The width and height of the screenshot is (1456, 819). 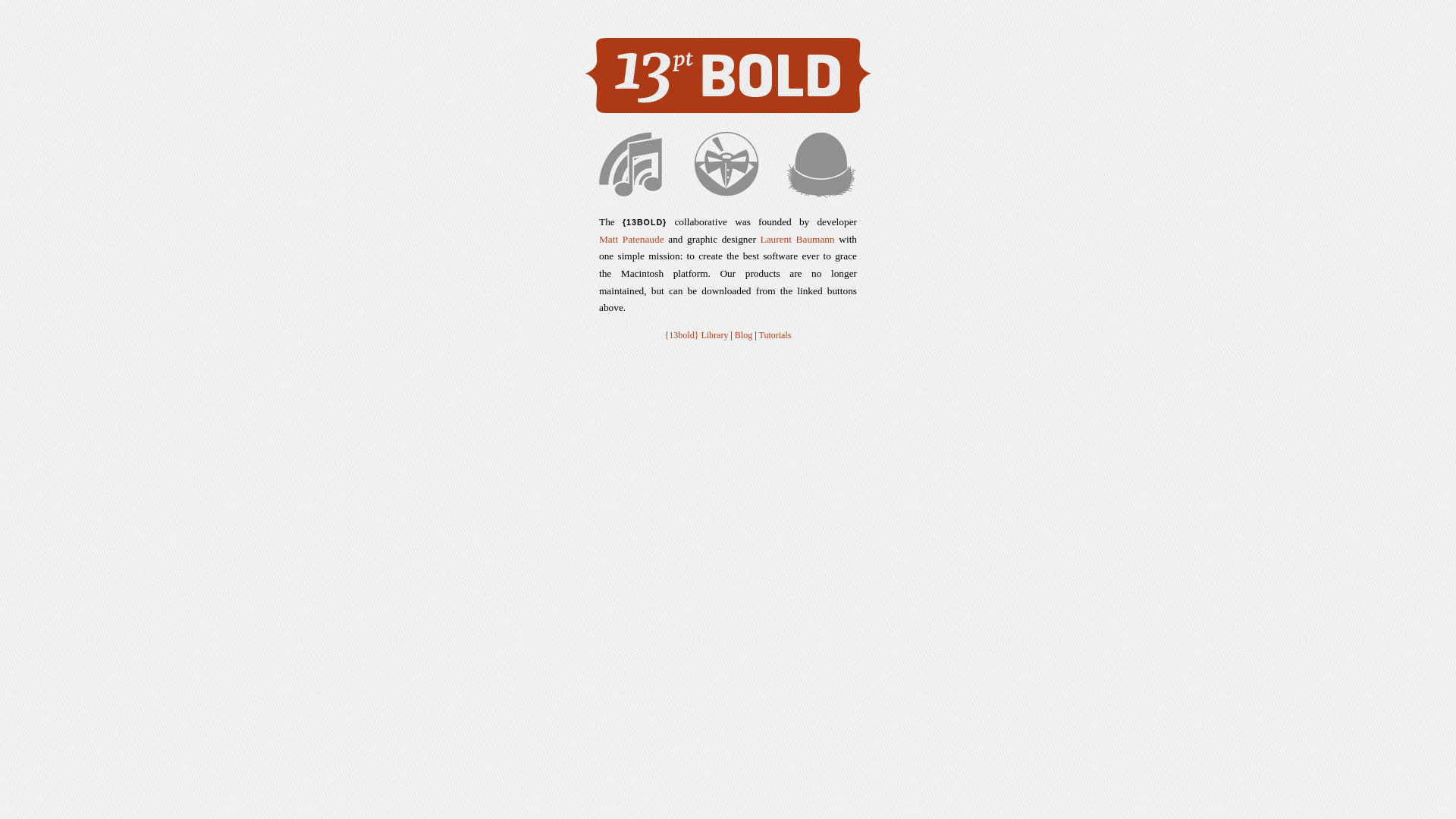 I want to click on 'Blog', so click(x=731, y=334).